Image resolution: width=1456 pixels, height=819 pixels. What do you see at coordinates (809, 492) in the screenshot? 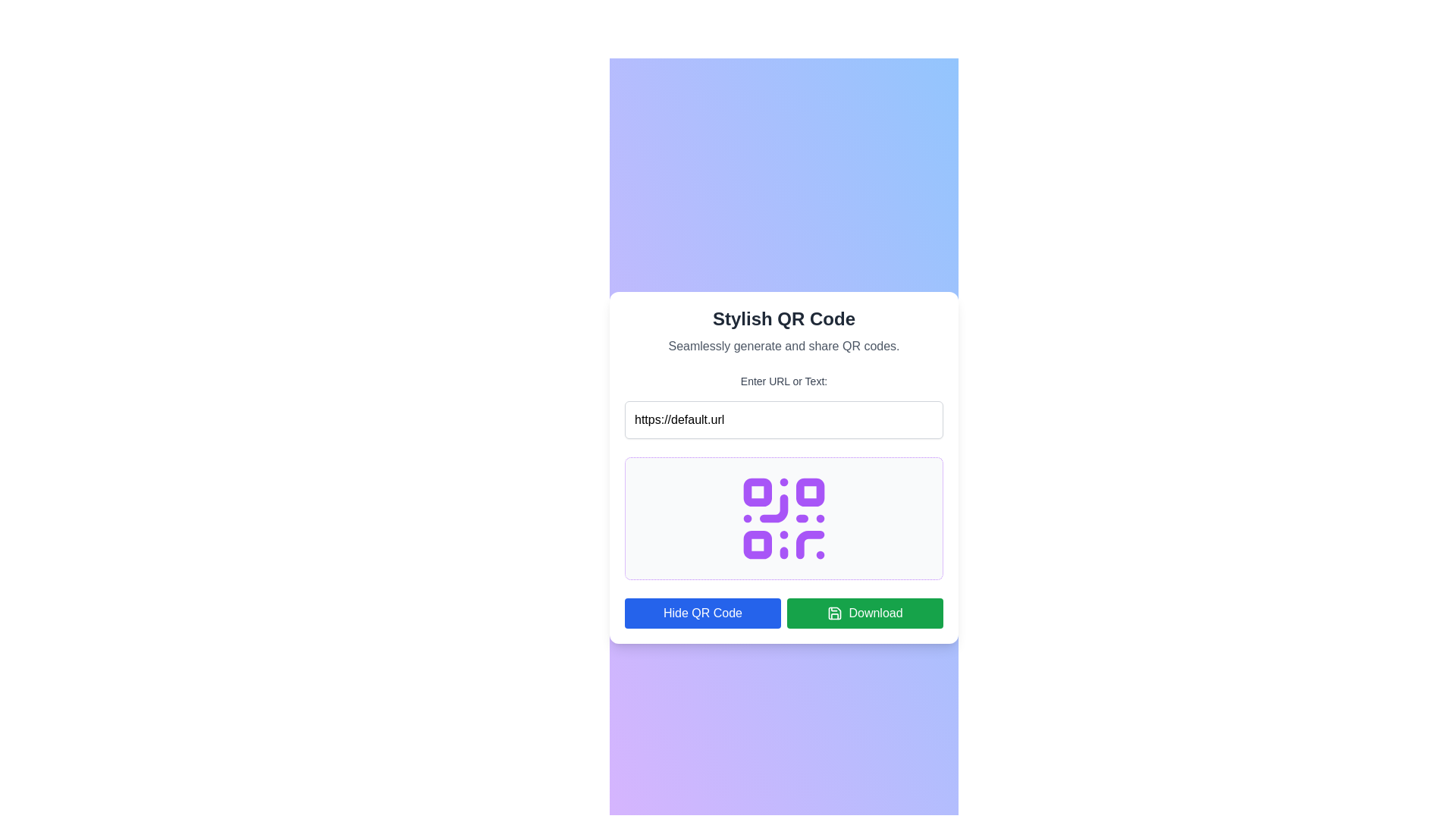
I see `the second small square in the top-right corner of the QR code representation, which is part of the decorative graphical component of the QR code` at bounding box center [809, 492].